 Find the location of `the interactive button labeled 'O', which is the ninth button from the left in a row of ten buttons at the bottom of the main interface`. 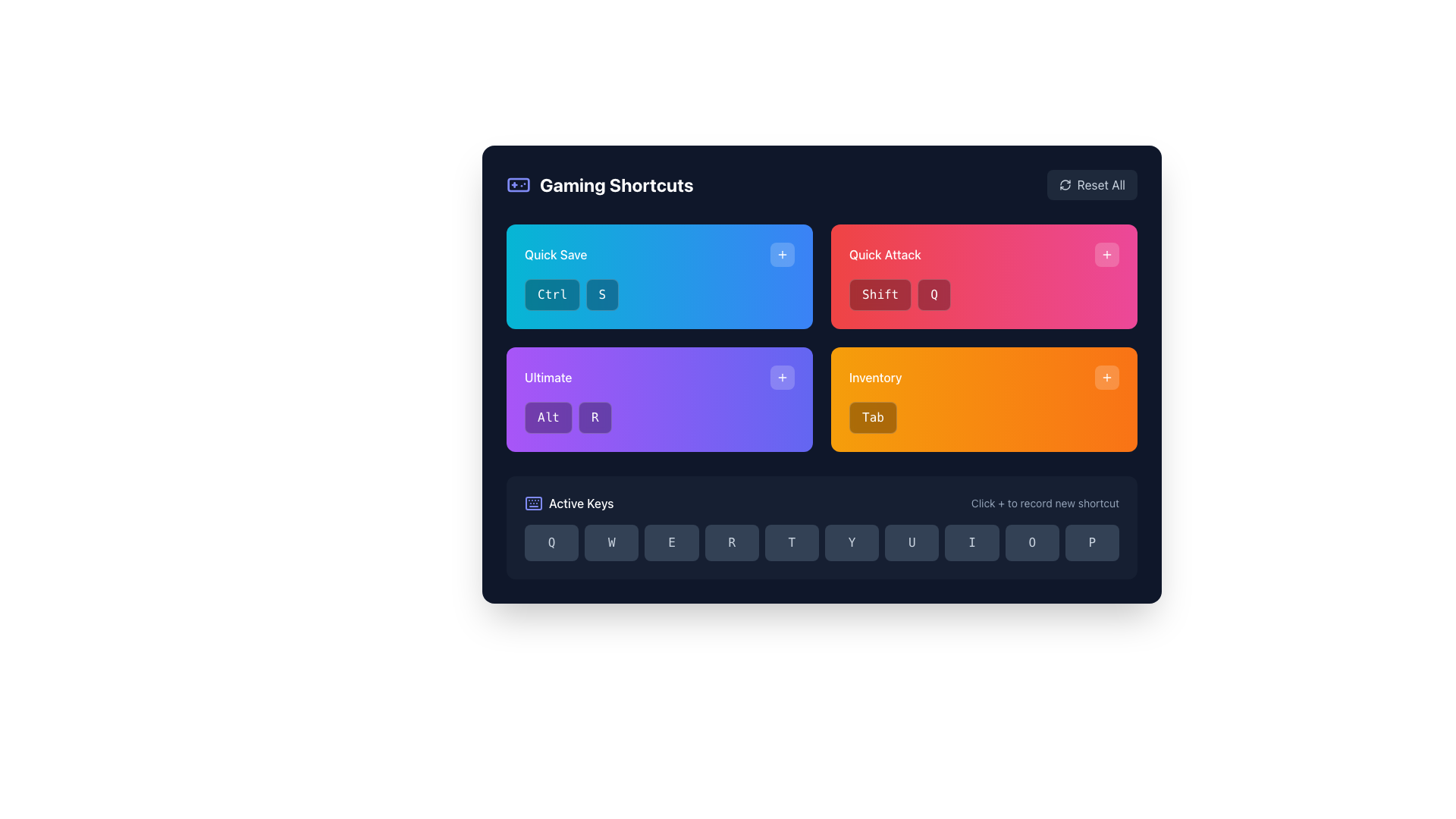

the interactive button labeled 'O', which is the ninth button from the left in a row of ten buttons at the bottom of the main interface is located at coordinates (1031, 542).